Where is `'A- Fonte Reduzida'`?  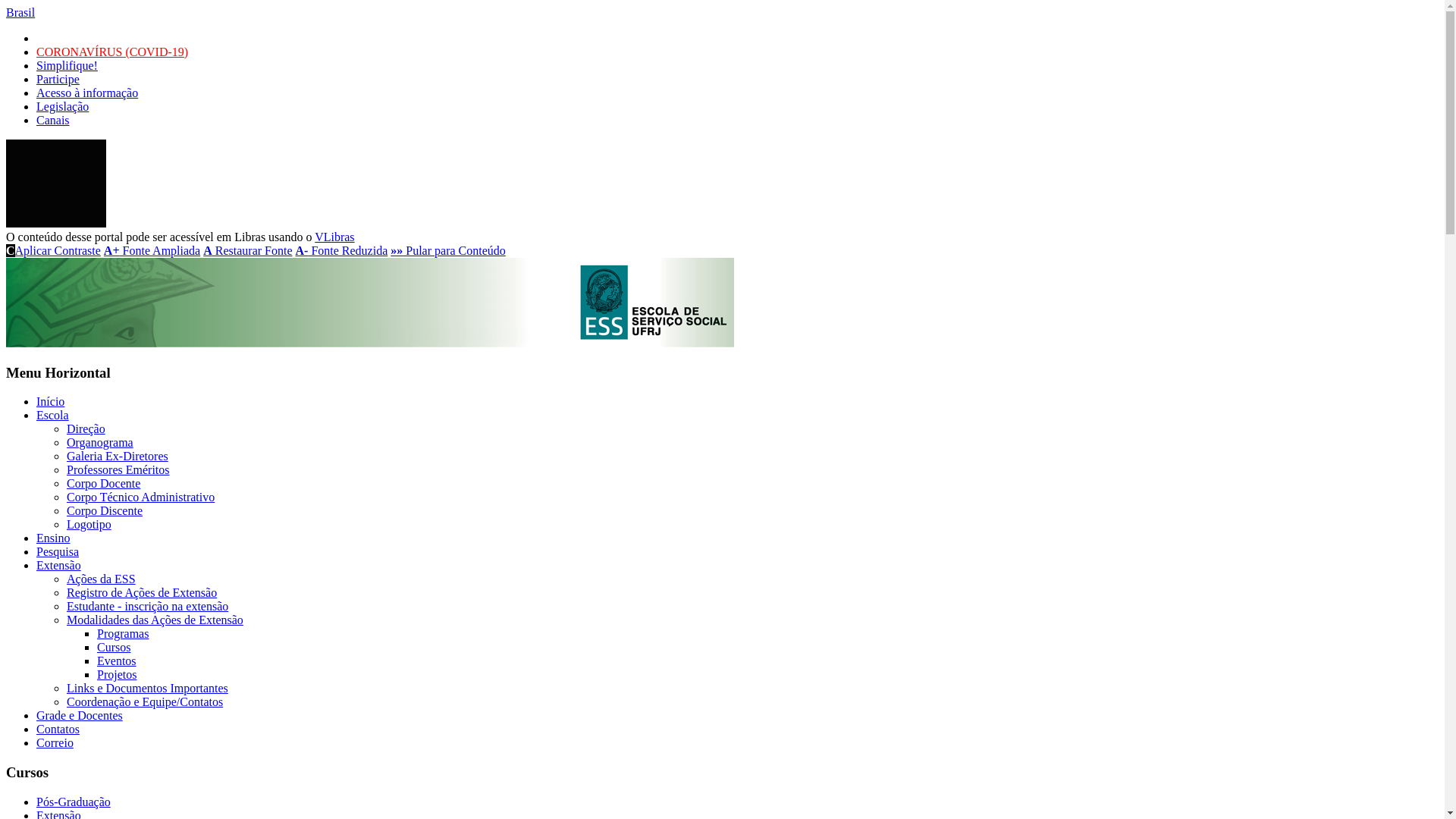
'A- Fonte Reduzida' is located at coordinates (341, 249).